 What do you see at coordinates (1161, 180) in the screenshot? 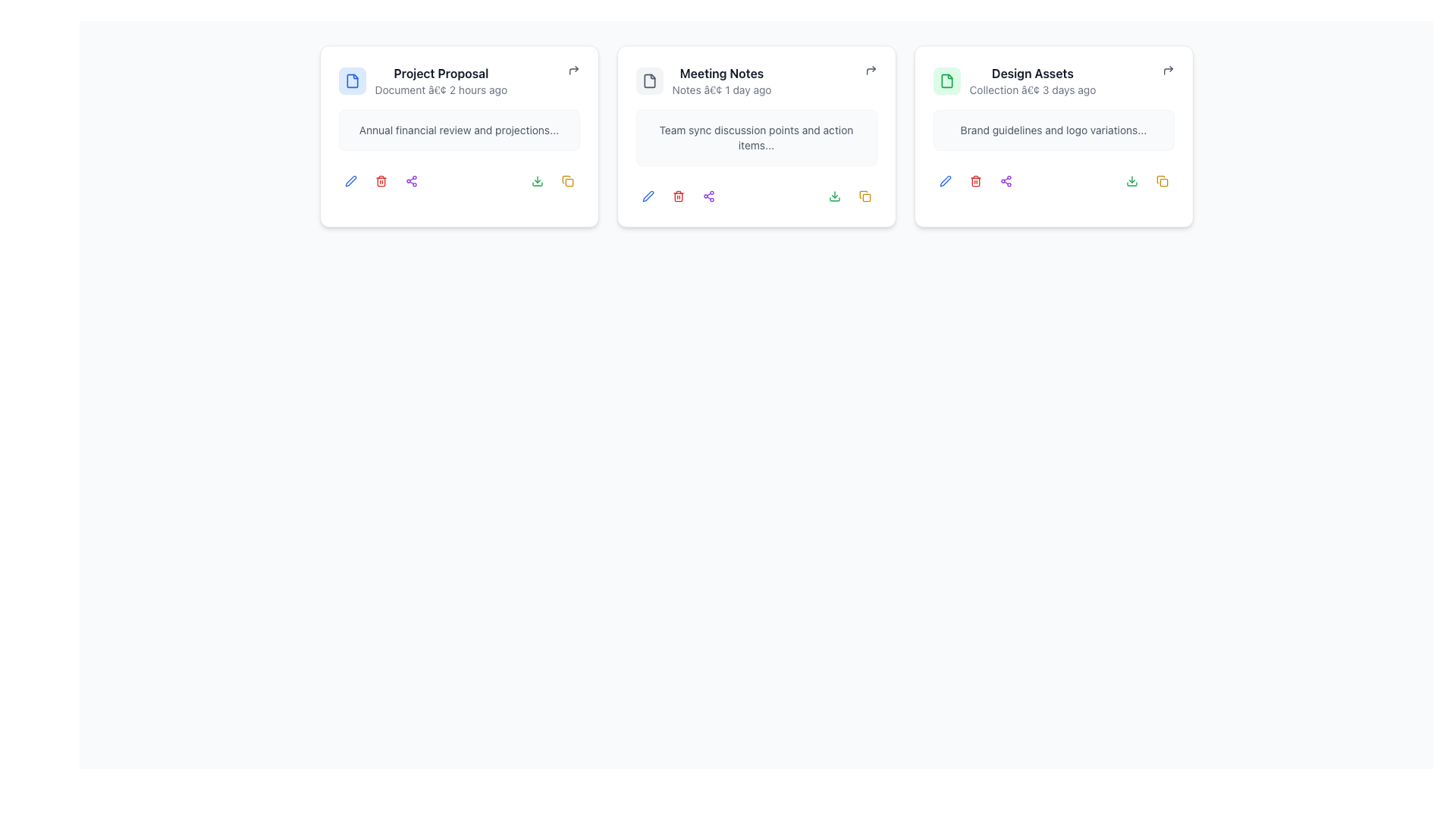
I see `the yellow button with a copy icon located at the bottom right corner of the 'Design Assets' card` at bounding box center [1161, 180].